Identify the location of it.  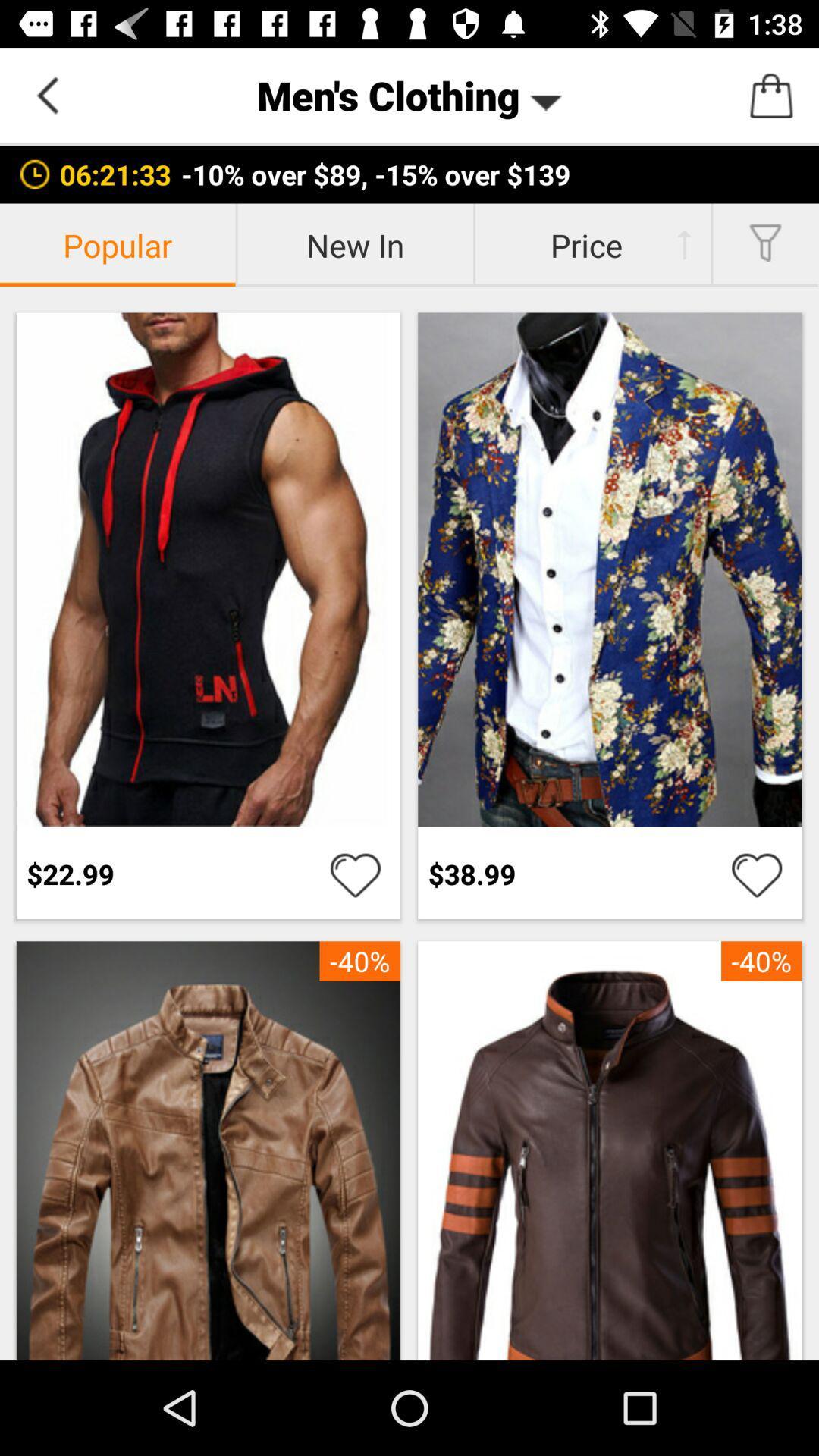
(355, 874).